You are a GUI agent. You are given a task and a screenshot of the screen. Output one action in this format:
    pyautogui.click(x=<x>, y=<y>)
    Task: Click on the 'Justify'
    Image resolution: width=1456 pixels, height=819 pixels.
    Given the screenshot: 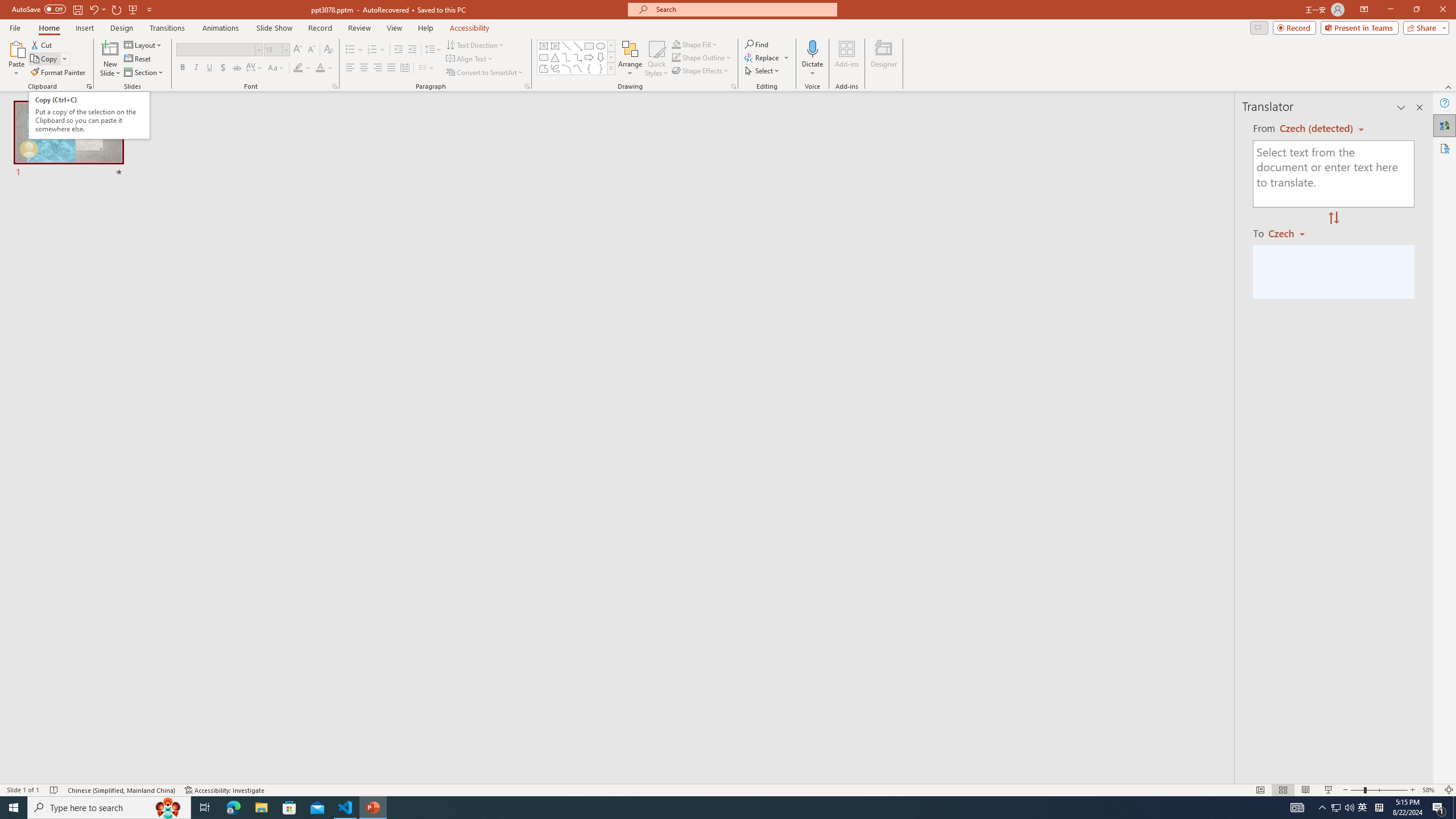 What is the action you would take?
    pyautogui.click(x=390, y=67)
    